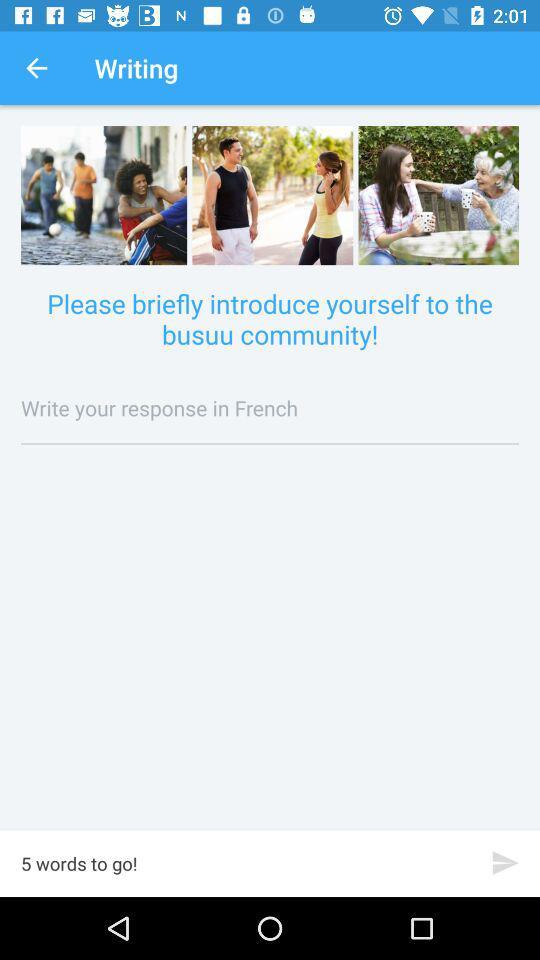 The height and width of the screenshot is (960, 540). Describe the element at coordinates (504, 862) in the screenshot. I see `the send icon` at that location.